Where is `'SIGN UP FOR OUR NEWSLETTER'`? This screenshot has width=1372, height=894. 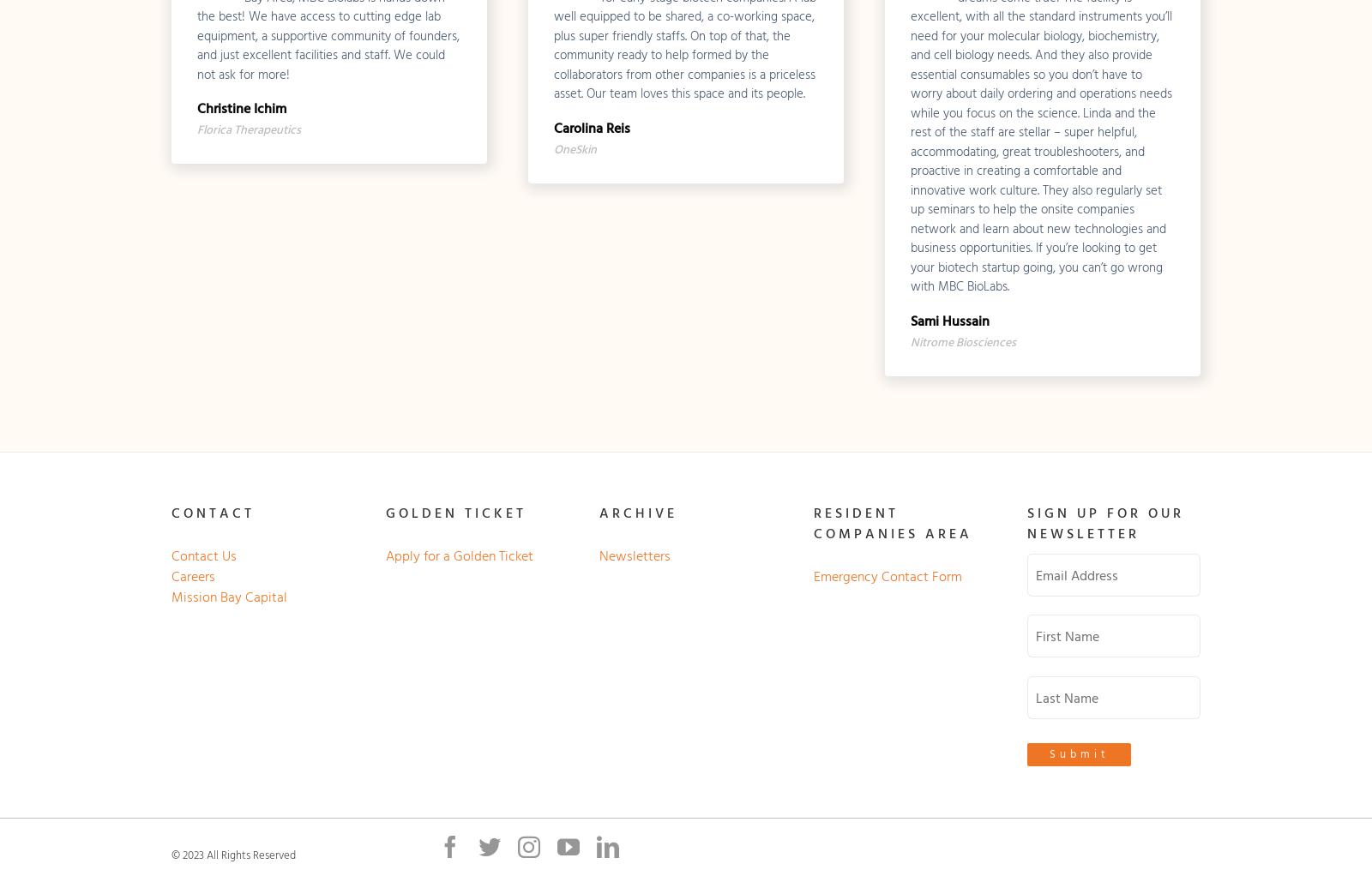 'SIGN UP FOR OUR NEWSLETTER' is located at coordinates (1104, 522).